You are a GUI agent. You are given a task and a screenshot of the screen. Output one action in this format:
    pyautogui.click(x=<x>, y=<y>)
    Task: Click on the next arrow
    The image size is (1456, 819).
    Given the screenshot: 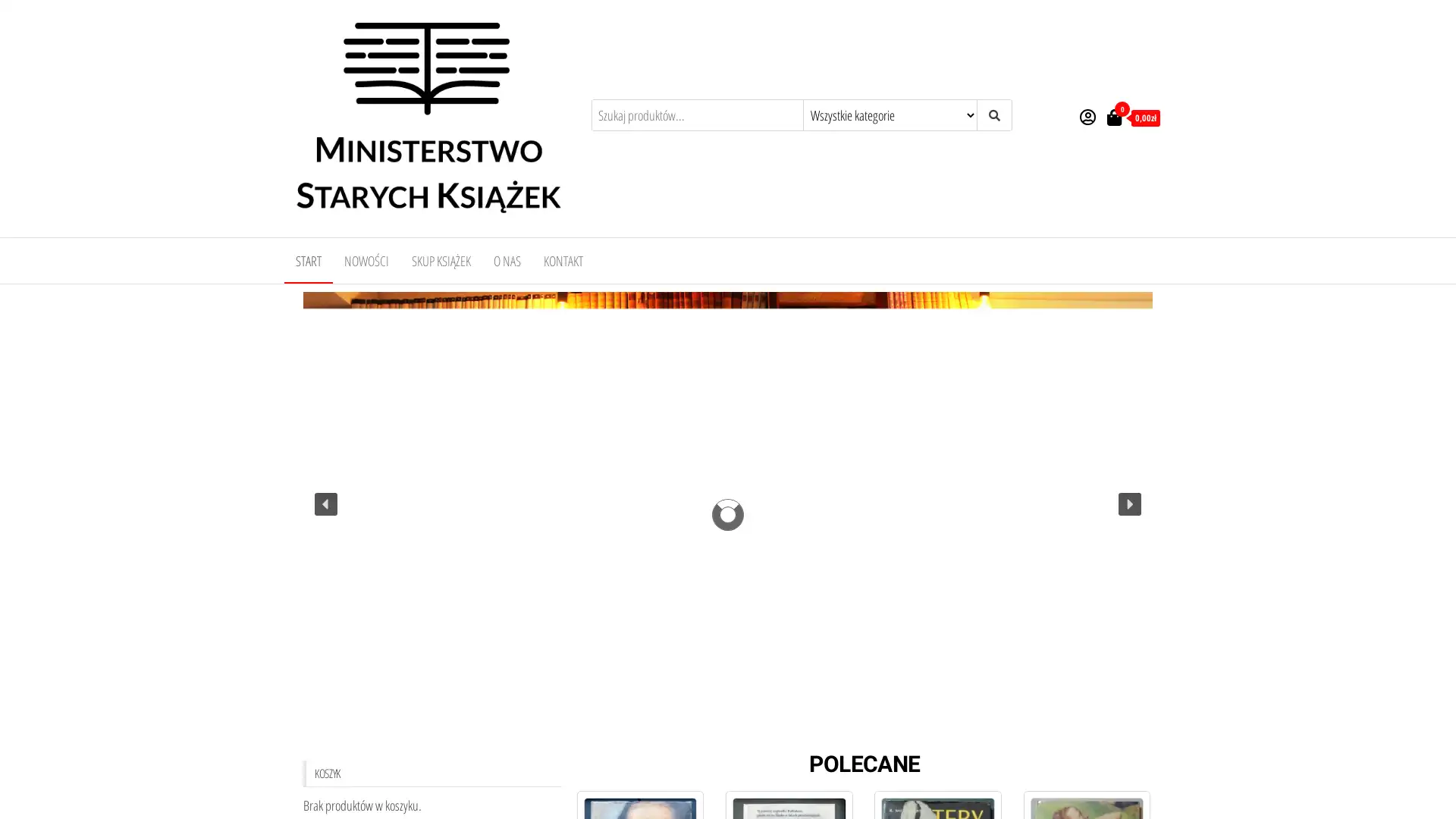 What is the action you would take?
    pyautogui.click(x=1129, y=503)
    